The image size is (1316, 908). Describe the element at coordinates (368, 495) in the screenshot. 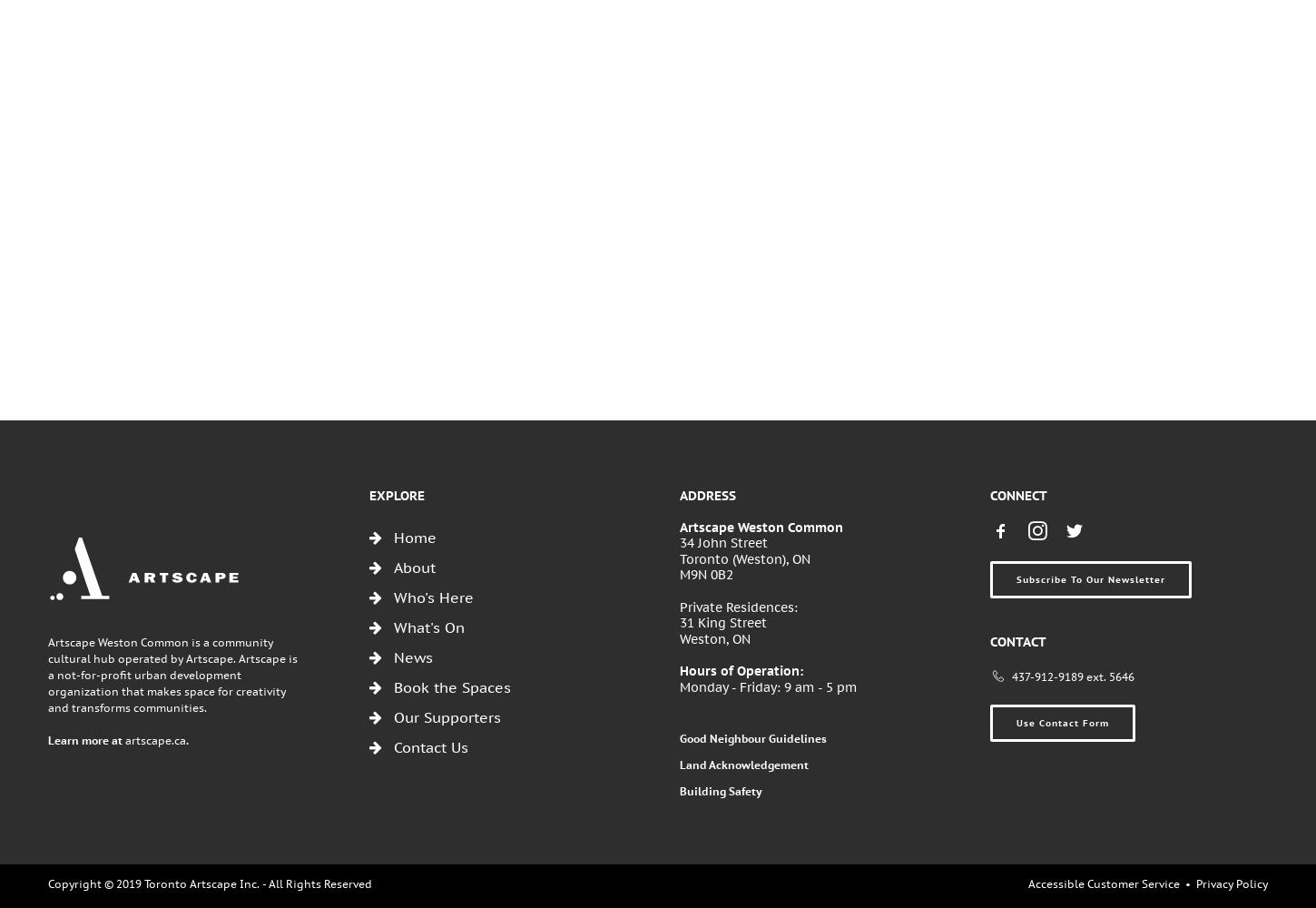

I see `'Explore'` at that location.